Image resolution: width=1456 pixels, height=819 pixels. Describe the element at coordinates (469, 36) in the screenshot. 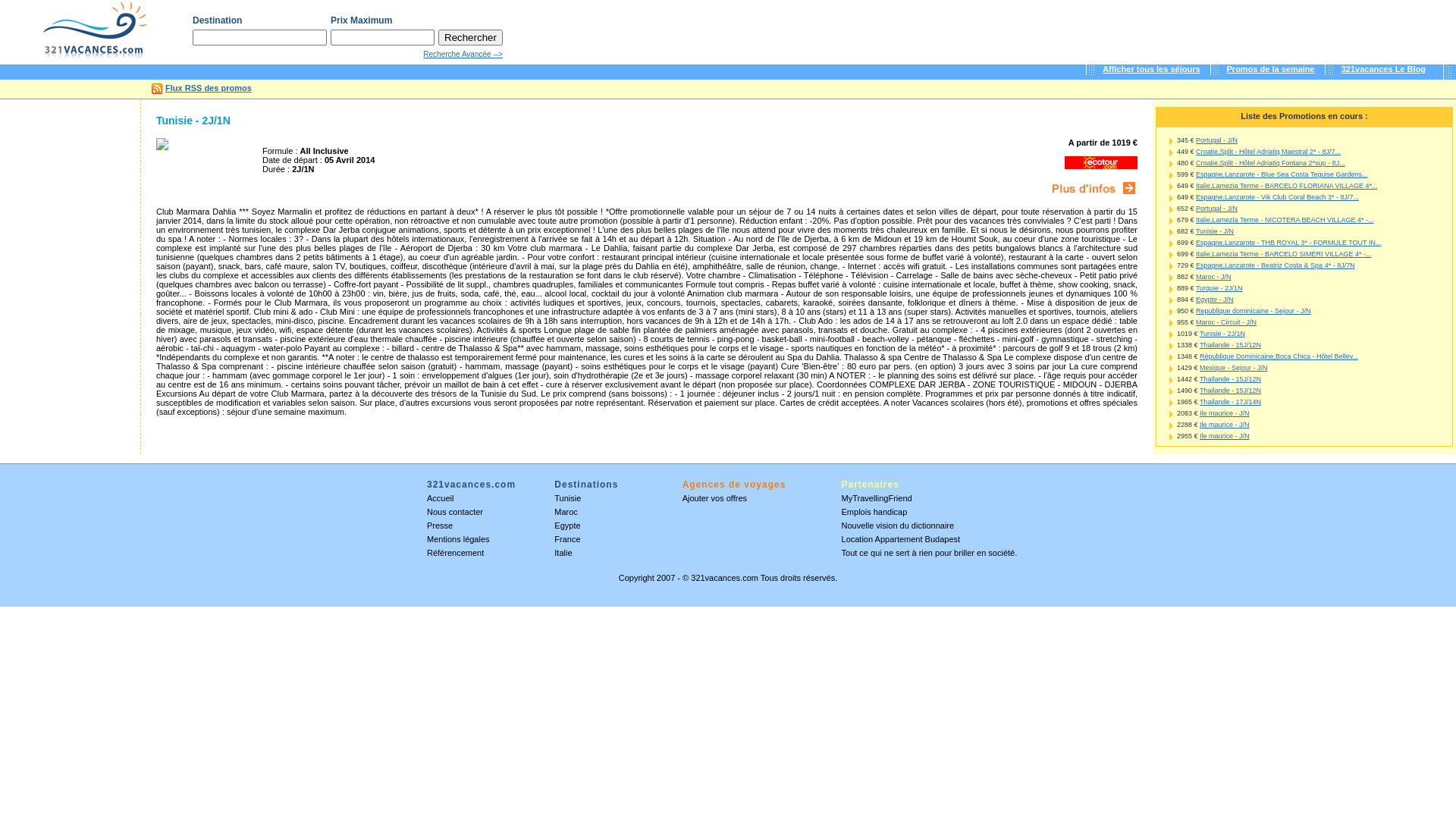

I see `'Rechercher'` at that location.